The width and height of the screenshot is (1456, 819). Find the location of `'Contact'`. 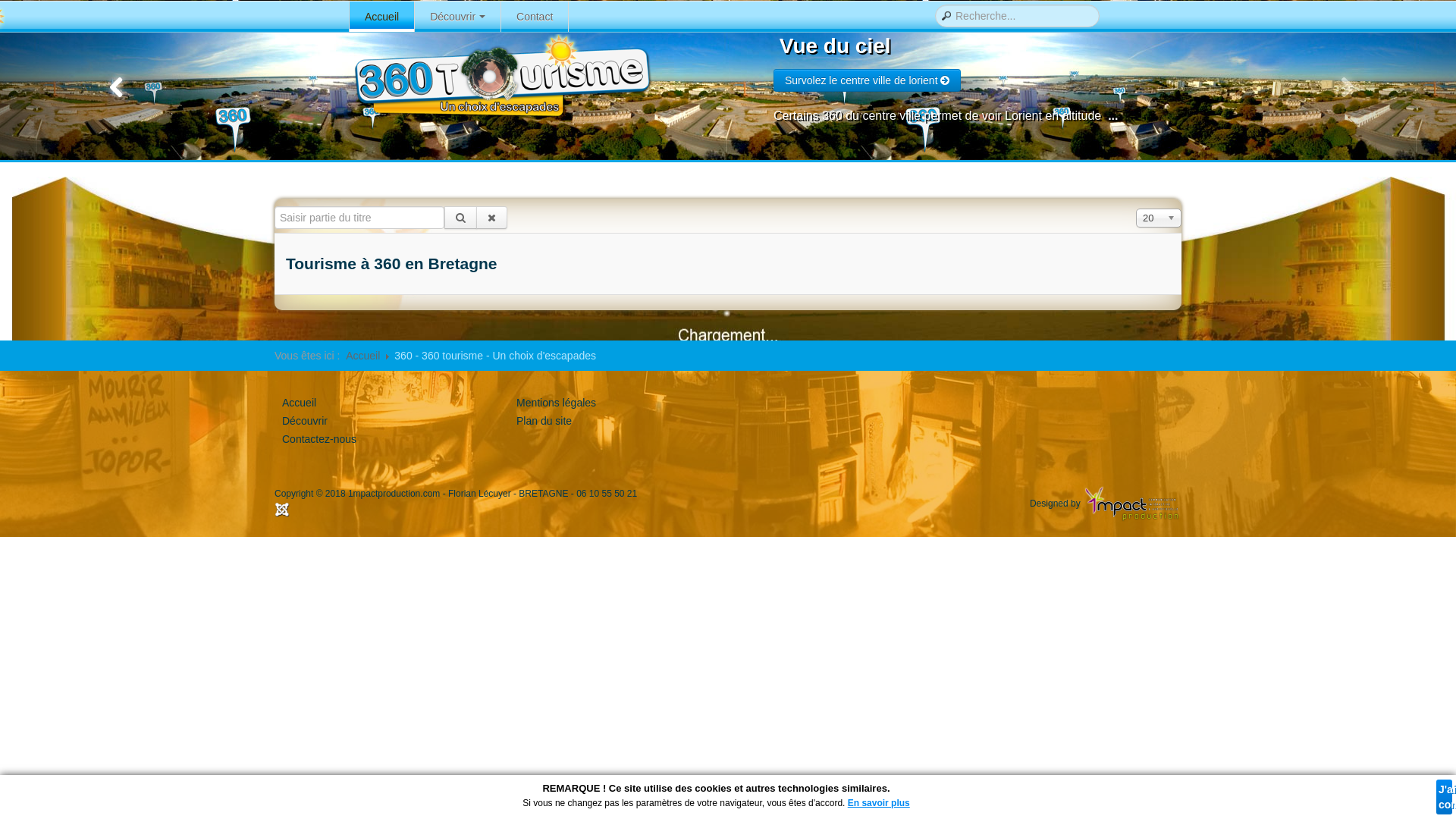

'Contact' is located at coordinates (535, 17).